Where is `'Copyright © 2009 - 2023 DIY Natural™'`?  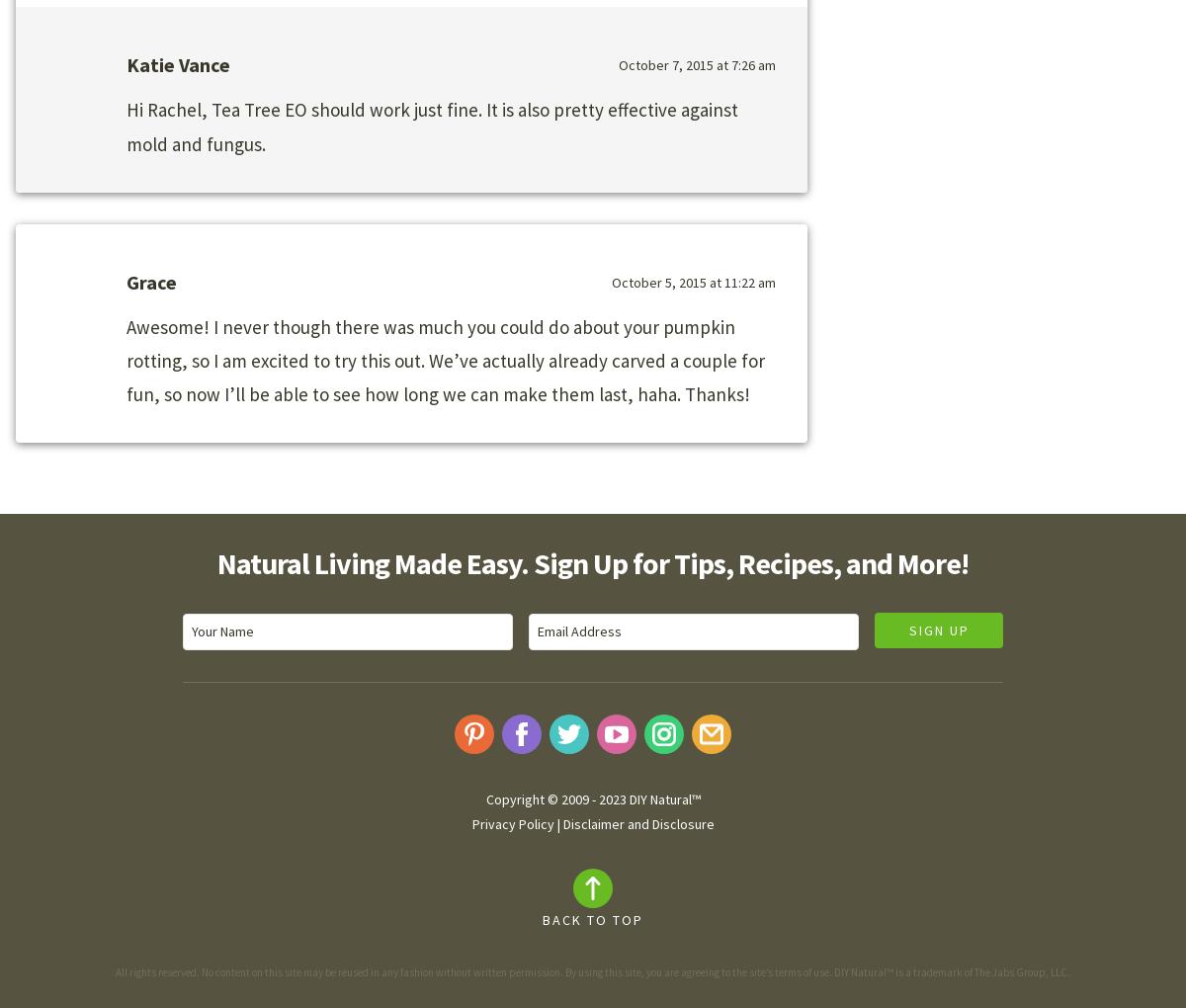
'Copyright © 2009 - 2023 DIY Natural™' is located at coordinates (591, 798).